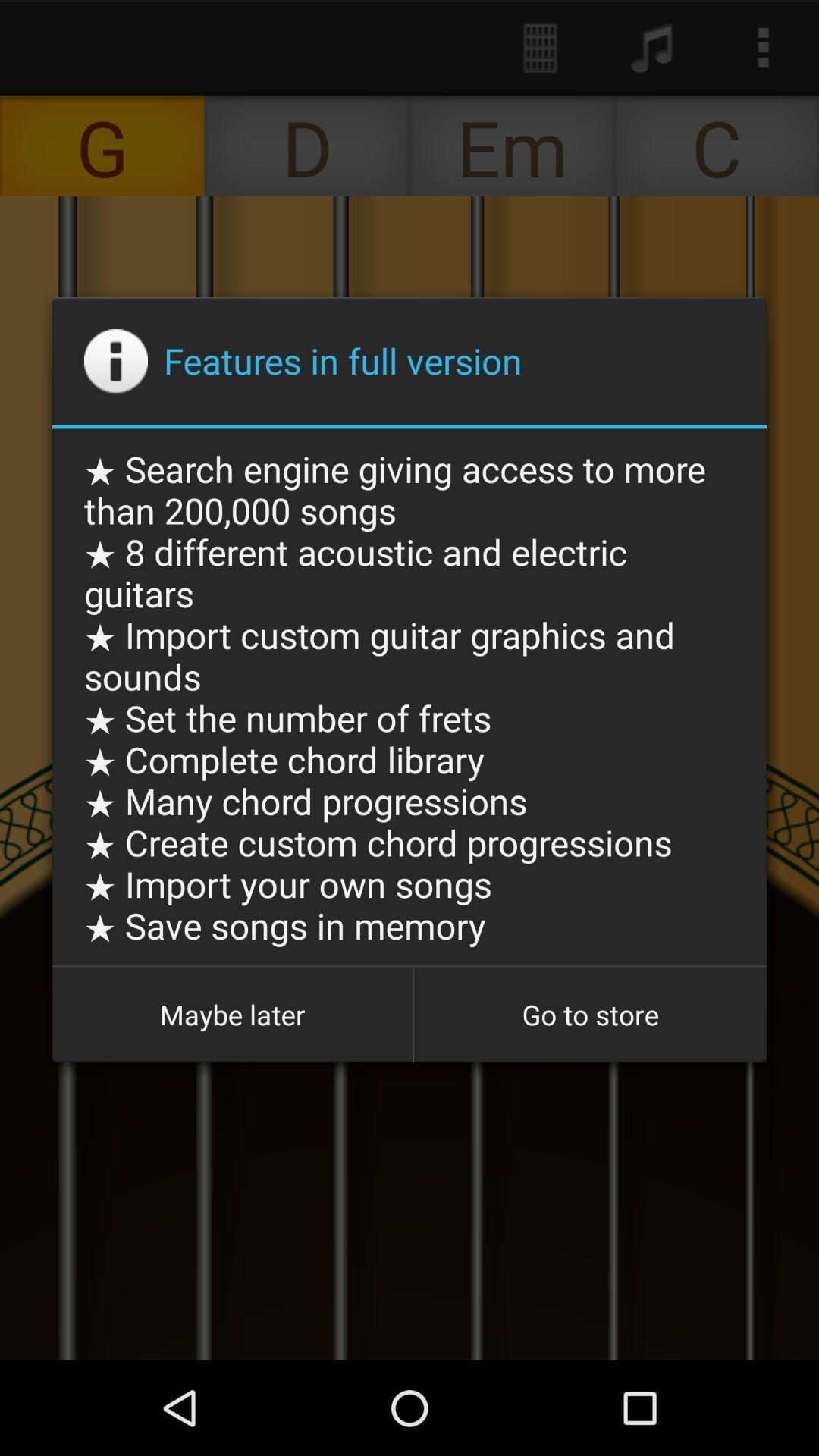 This screenshot has height=1456, width=819. Describe the element at coordinates (232, 1015) in the screenshot. I see `maybe later icon` at that location.